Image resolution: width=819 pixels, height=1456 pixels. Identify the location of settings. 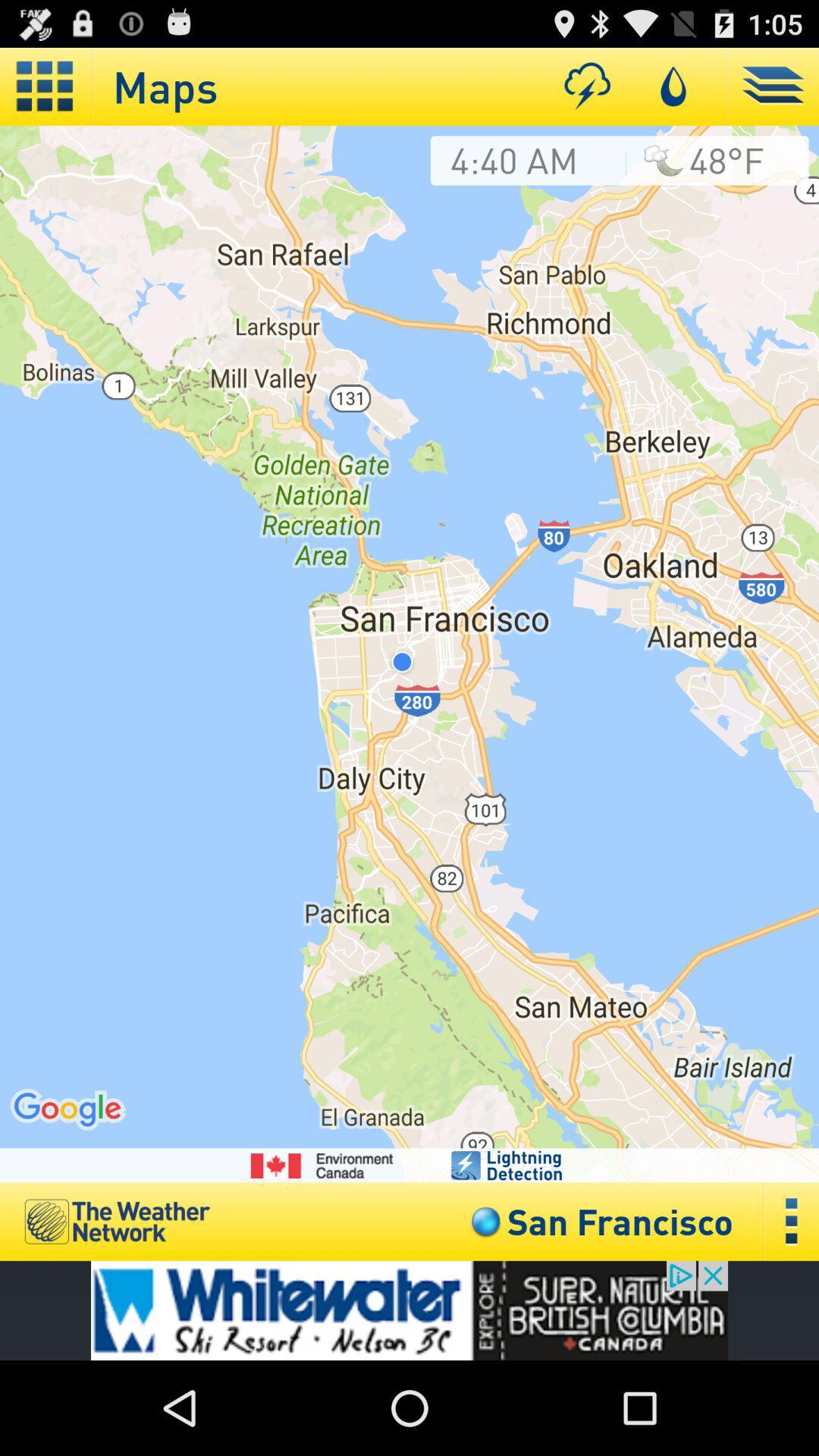
(791, 1222).